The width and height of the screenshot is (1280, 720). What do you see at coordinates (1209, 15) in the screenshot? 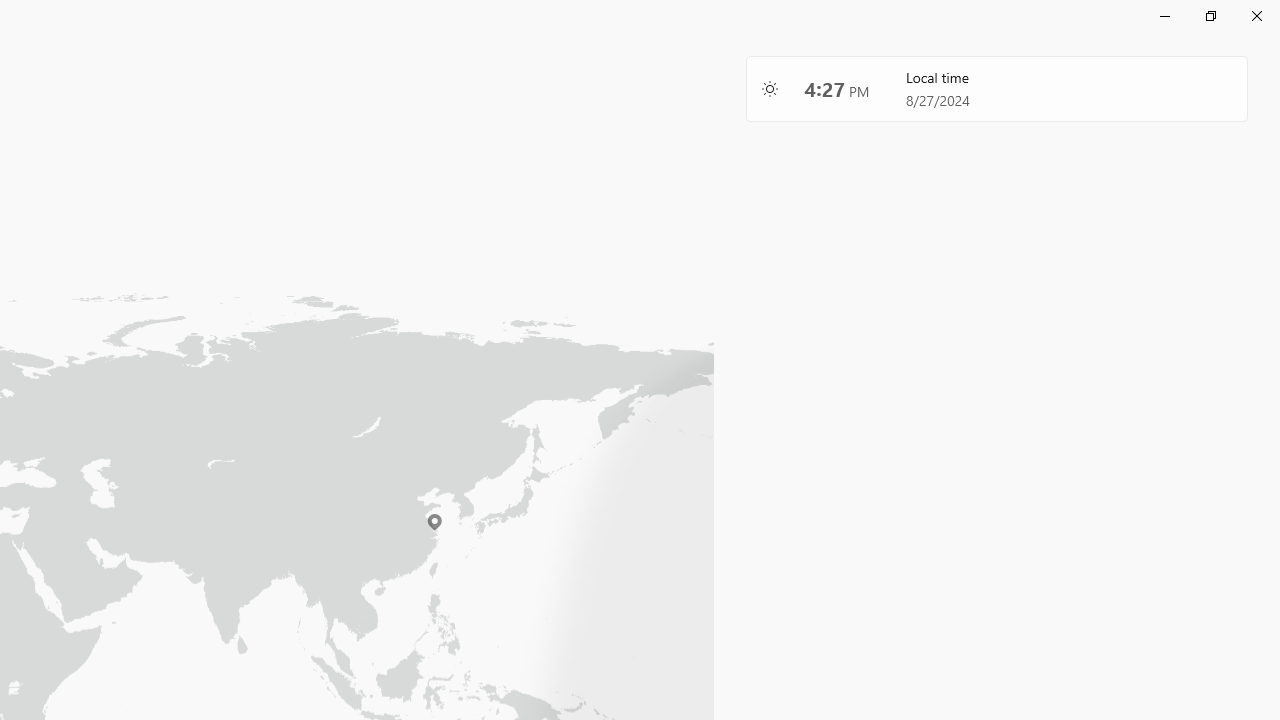
I see `'Restore Clock'` at bounding box center [1209, 15].